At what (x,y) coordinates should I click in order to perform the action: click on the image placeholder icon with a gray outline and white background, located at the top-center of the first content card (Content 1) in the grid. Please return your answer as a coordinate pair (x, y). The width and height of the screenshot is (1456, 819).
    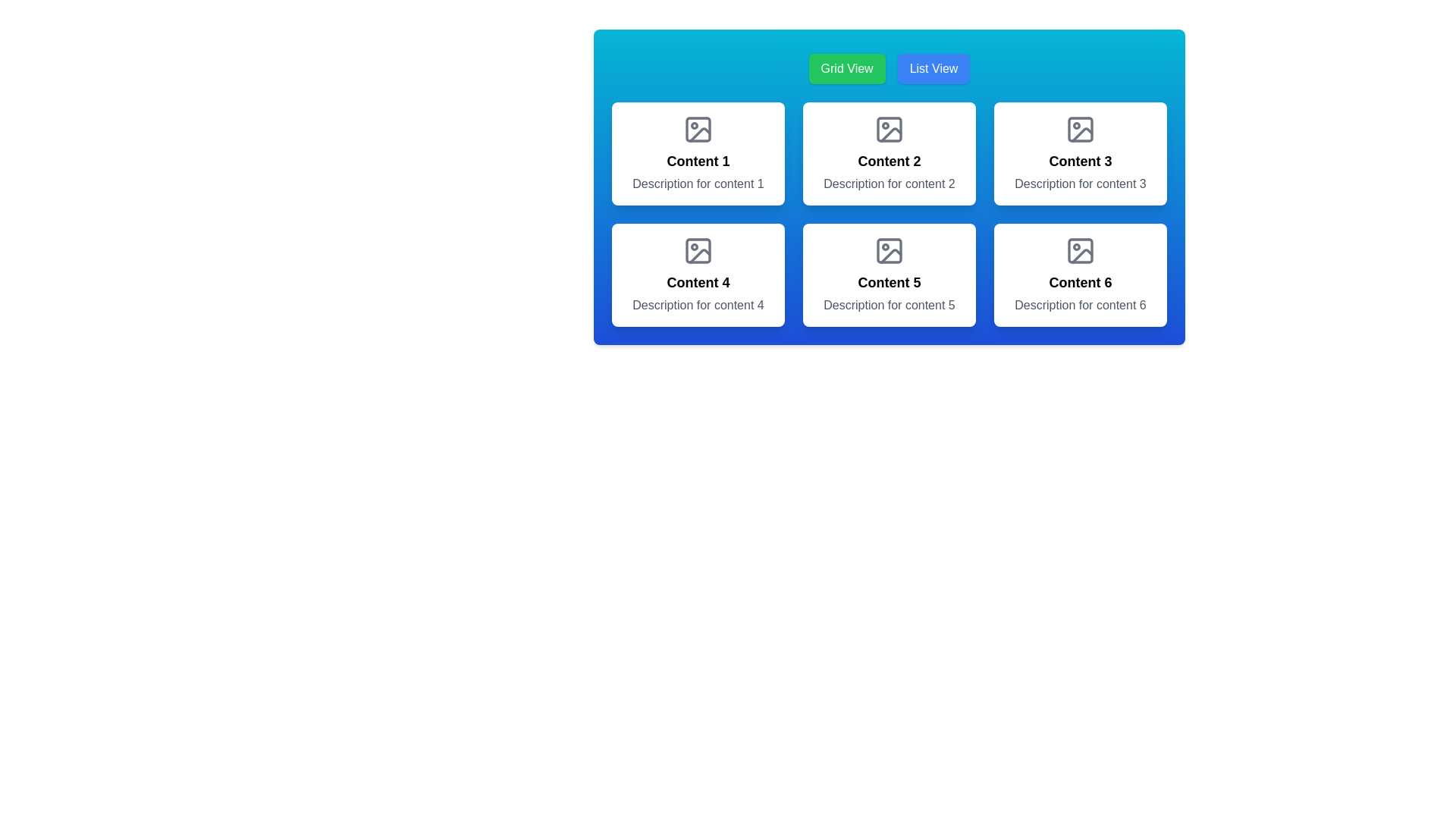
    Looking at the image, I should click on (698, 128).